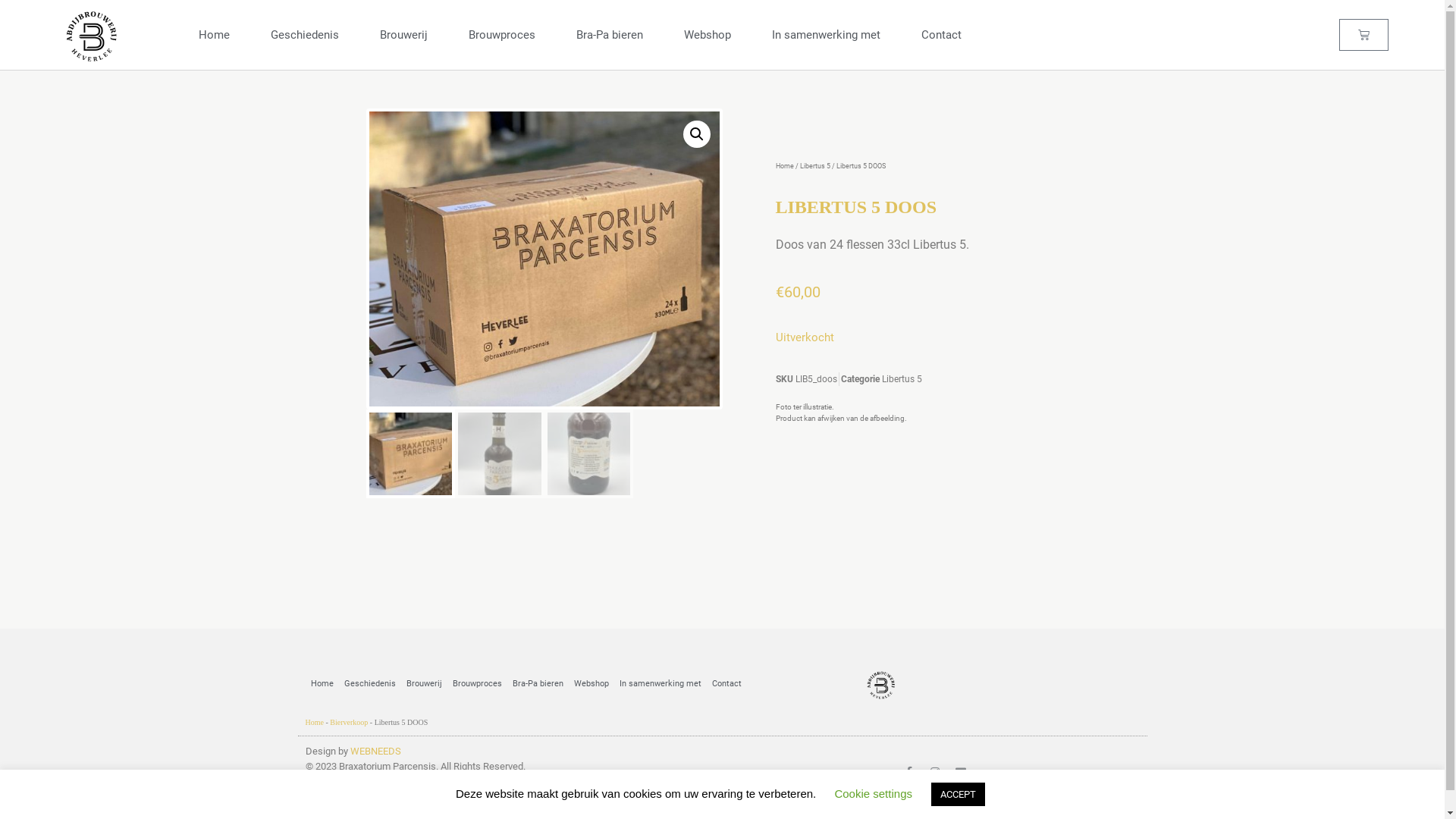 This screenshot has height=819, width=1456. What do you see at coordinates (705, 684) in the screenshot?
I see `'Contact'` at bounding box center [705, 684].